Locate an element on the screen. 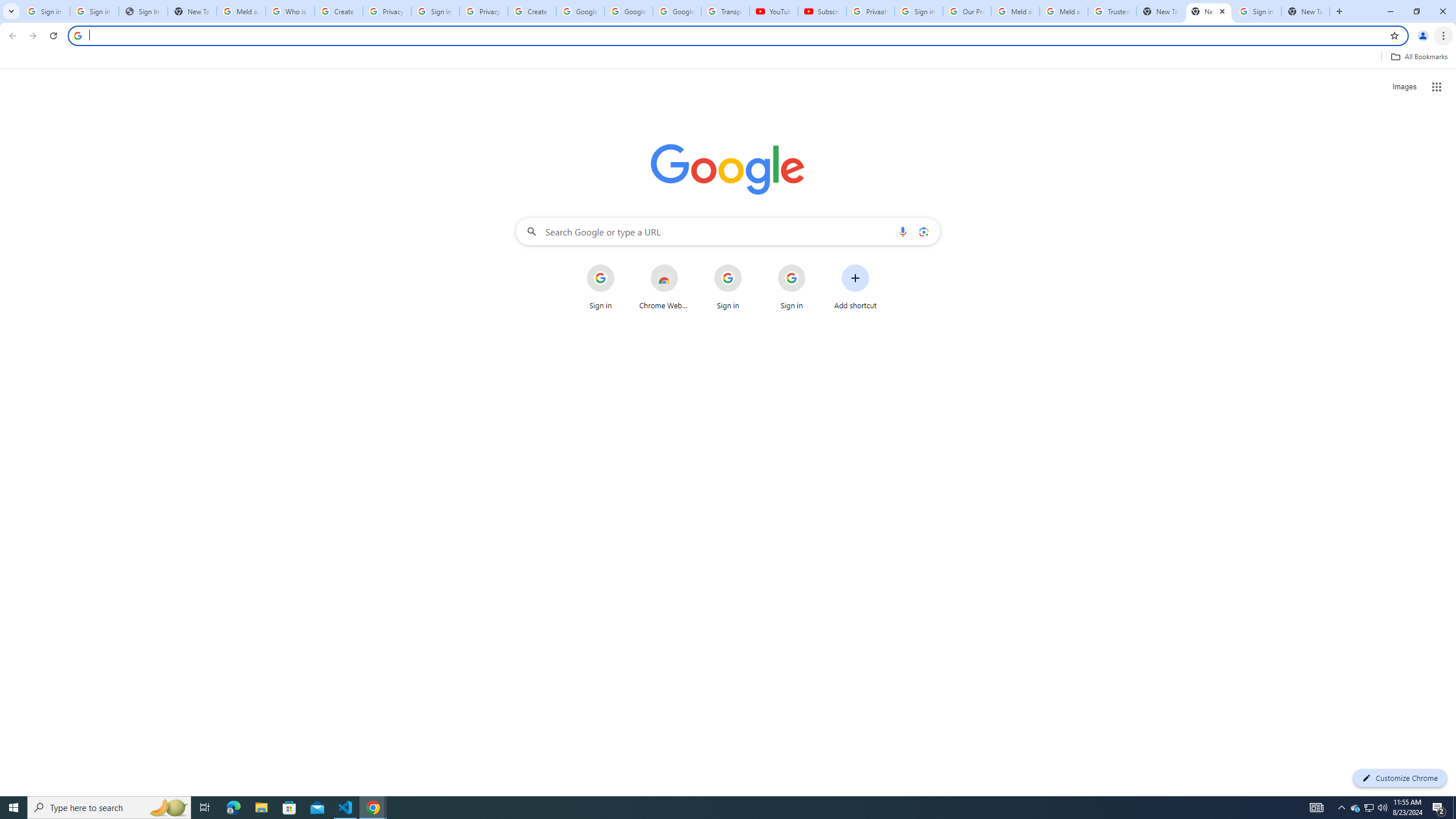  'Reload' is located at coordinates (53, 35).